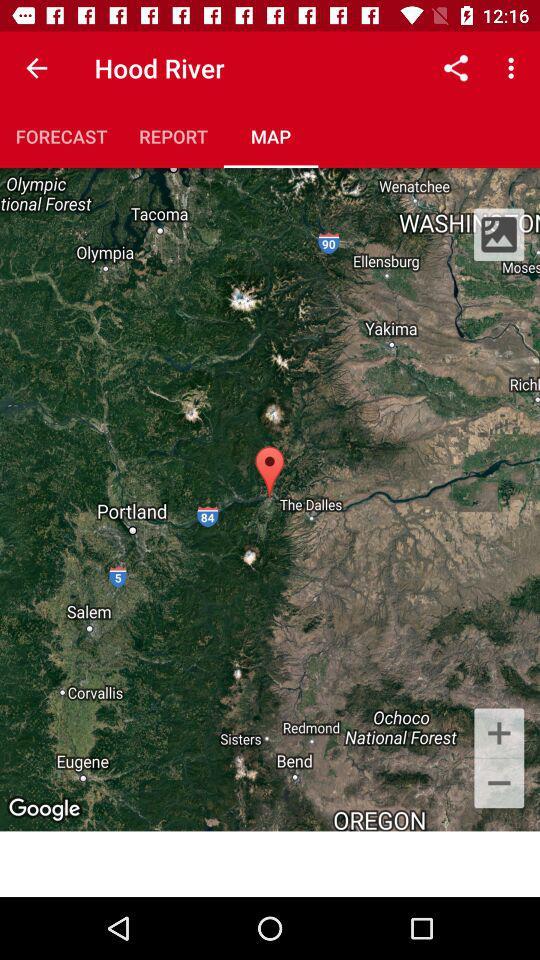 This screenshot has height=960, width=540. I want to click on zoom out button, so click(498, 784).